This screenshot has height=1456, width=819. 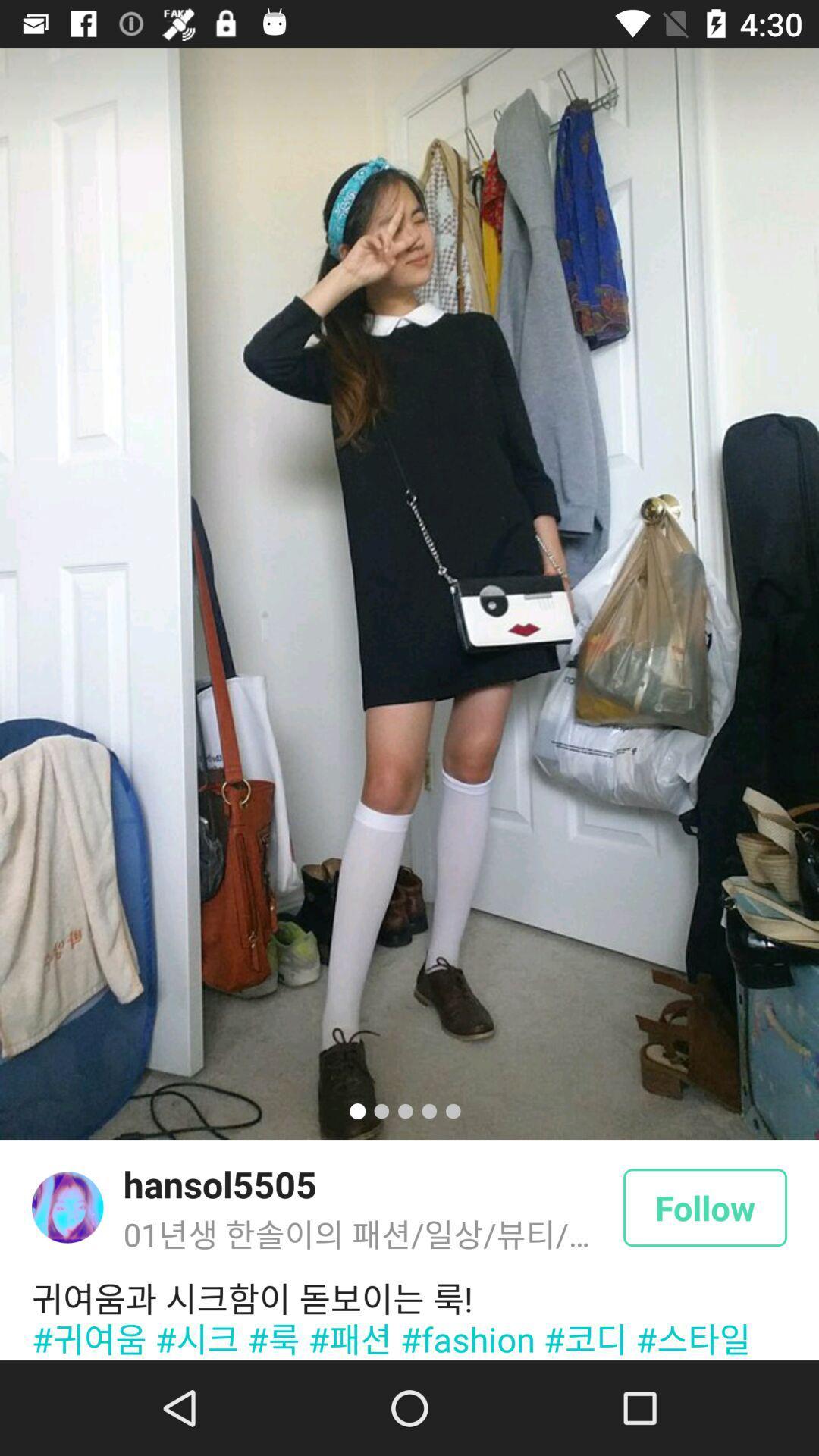 I want to click on icon above hansol5505 item, so click(x=409, y=592).